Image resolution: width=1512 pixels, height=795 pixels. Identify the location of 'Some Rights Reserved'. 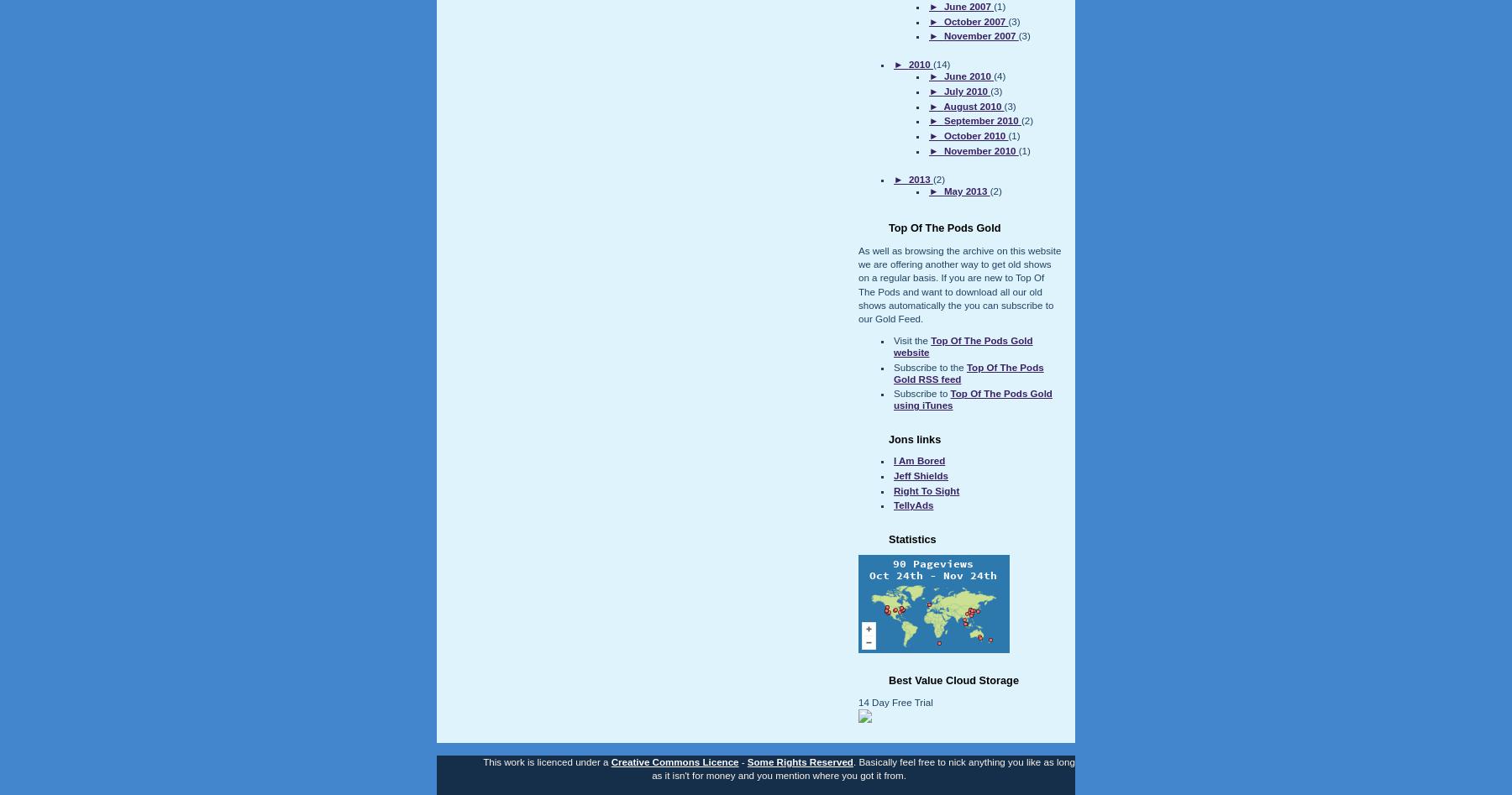
(799, 761).